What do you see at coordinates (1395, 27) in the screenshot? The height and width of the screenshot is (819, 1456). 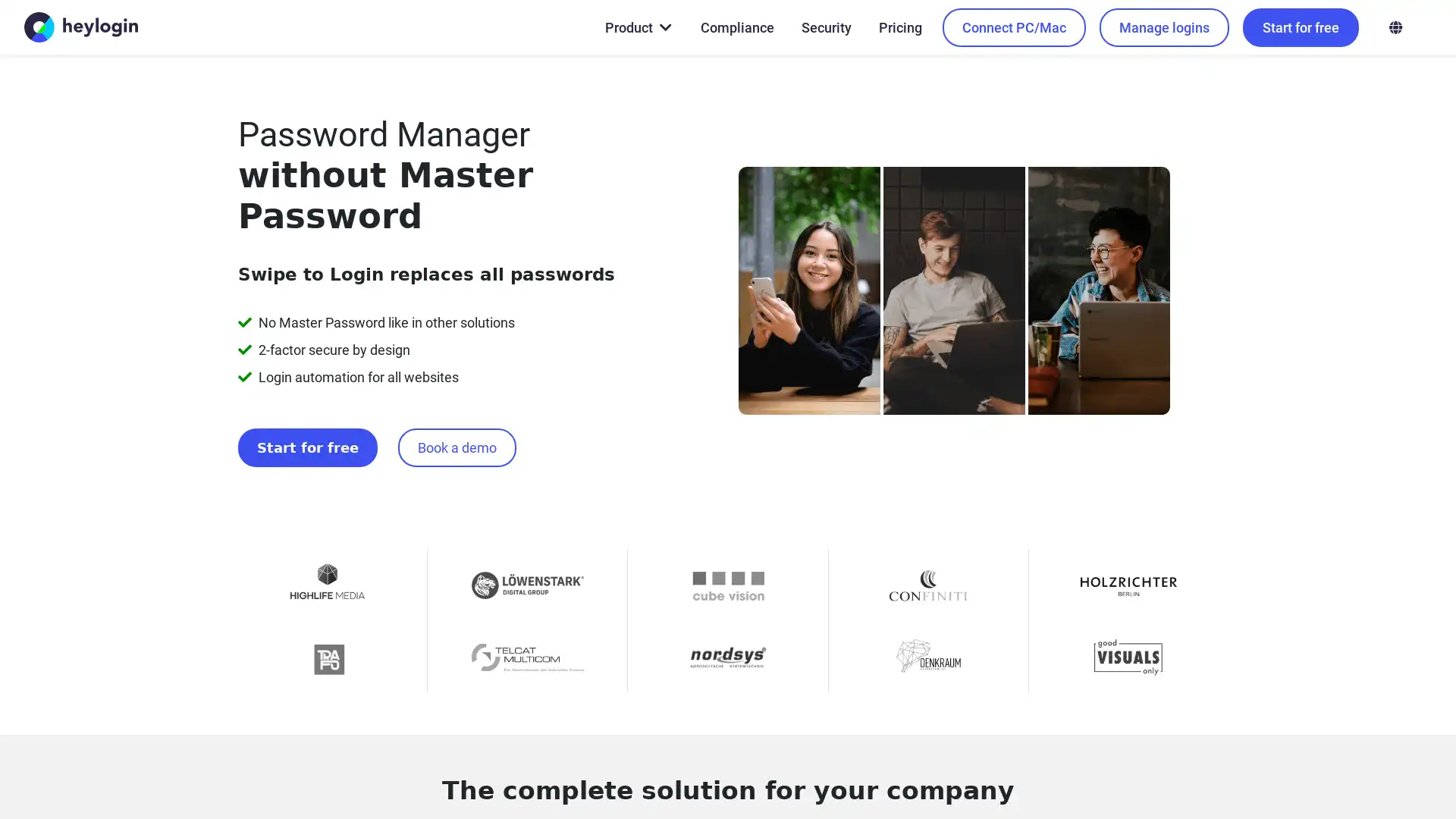 I see `Language Switcher` at bounding box center [1395, 27].